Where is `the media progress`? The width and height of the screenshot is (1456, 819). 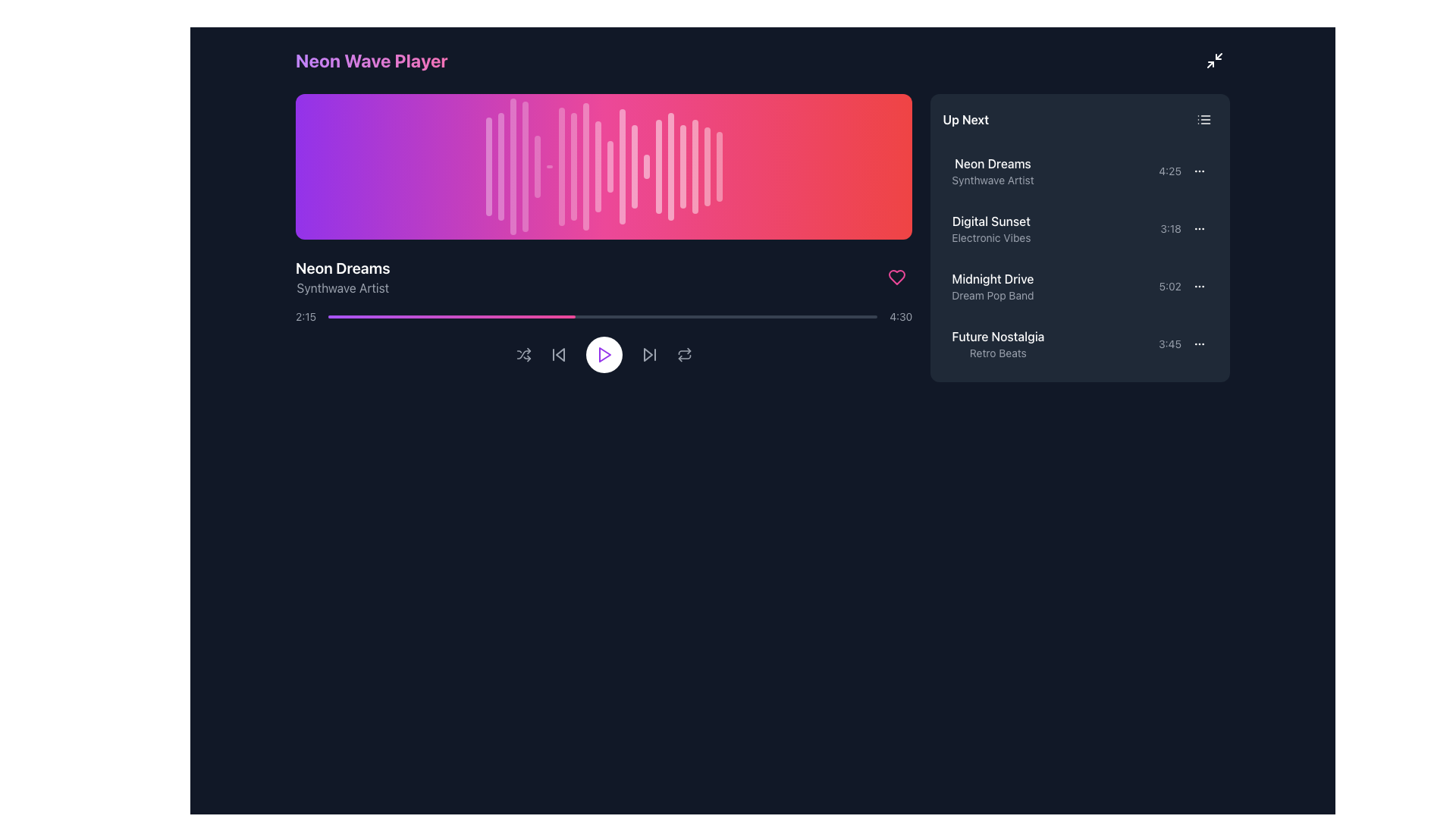 the media progress is located at coordinates (400, 315).